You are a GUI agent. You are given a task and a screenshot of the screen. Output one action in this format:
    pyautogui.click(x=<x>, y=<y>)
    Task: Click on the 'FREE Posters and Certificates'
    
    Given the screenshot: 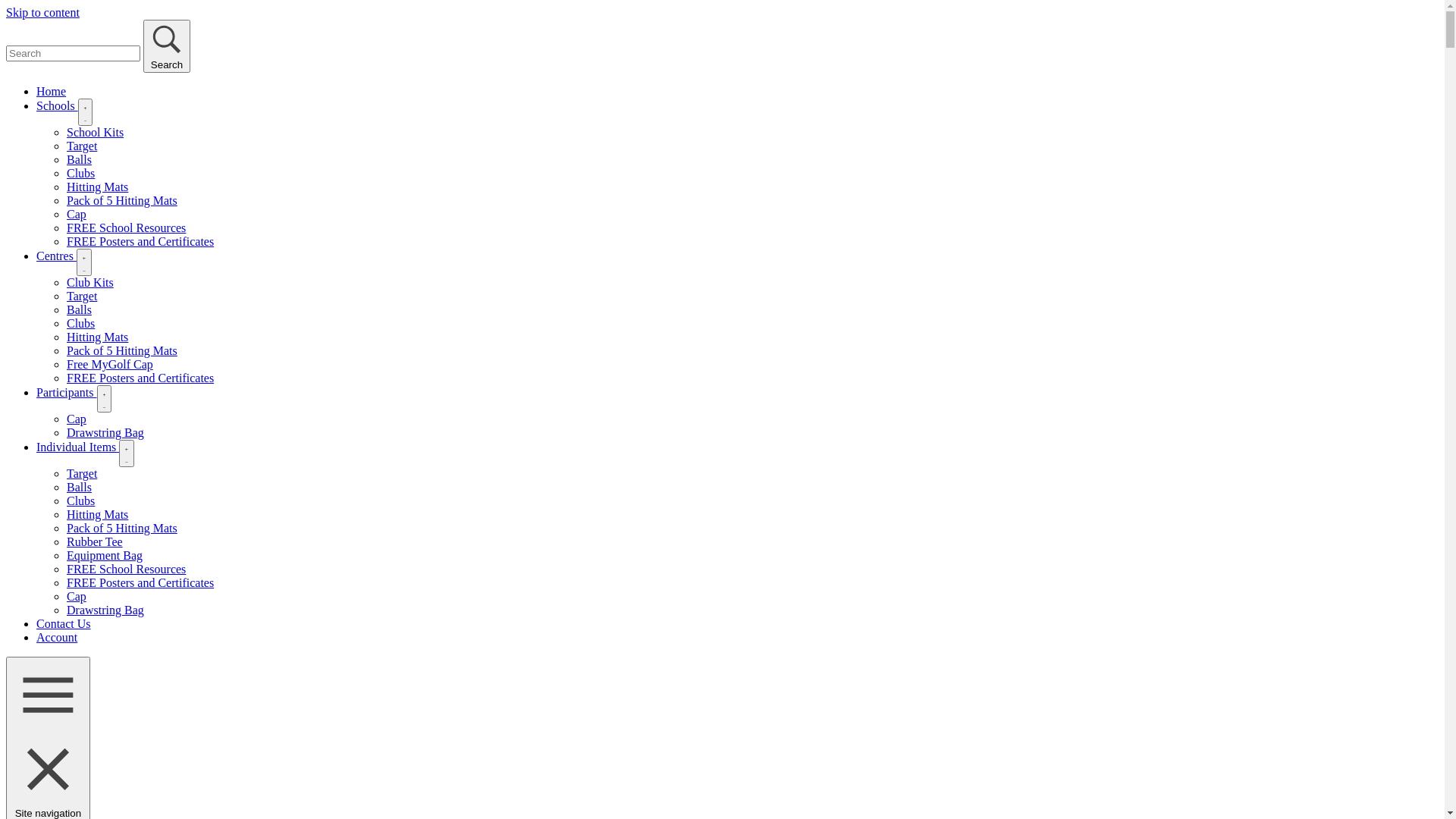 What is the action you would take?
    pyautogui.click(x=140, y=240)
    